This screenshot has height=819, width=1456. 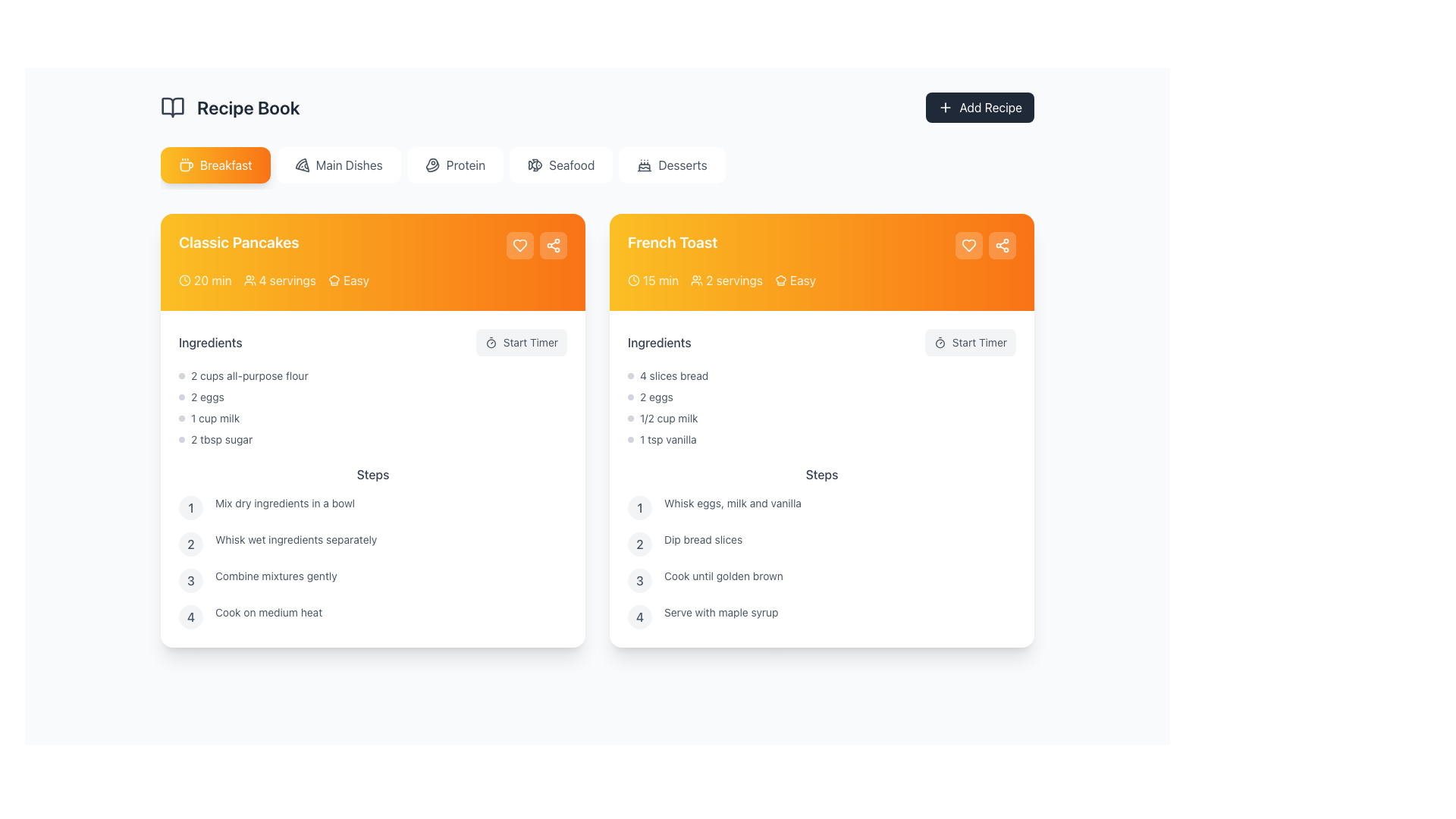 What do you see at coordinates (530, 342) in the screenshot?
I see `the 'Start Timer' text label, which is styled in a small-sized gray font and is positioned within the 'French Toast' recipe card, adjacent to the ingredients list` at bounding box center [530, 342].